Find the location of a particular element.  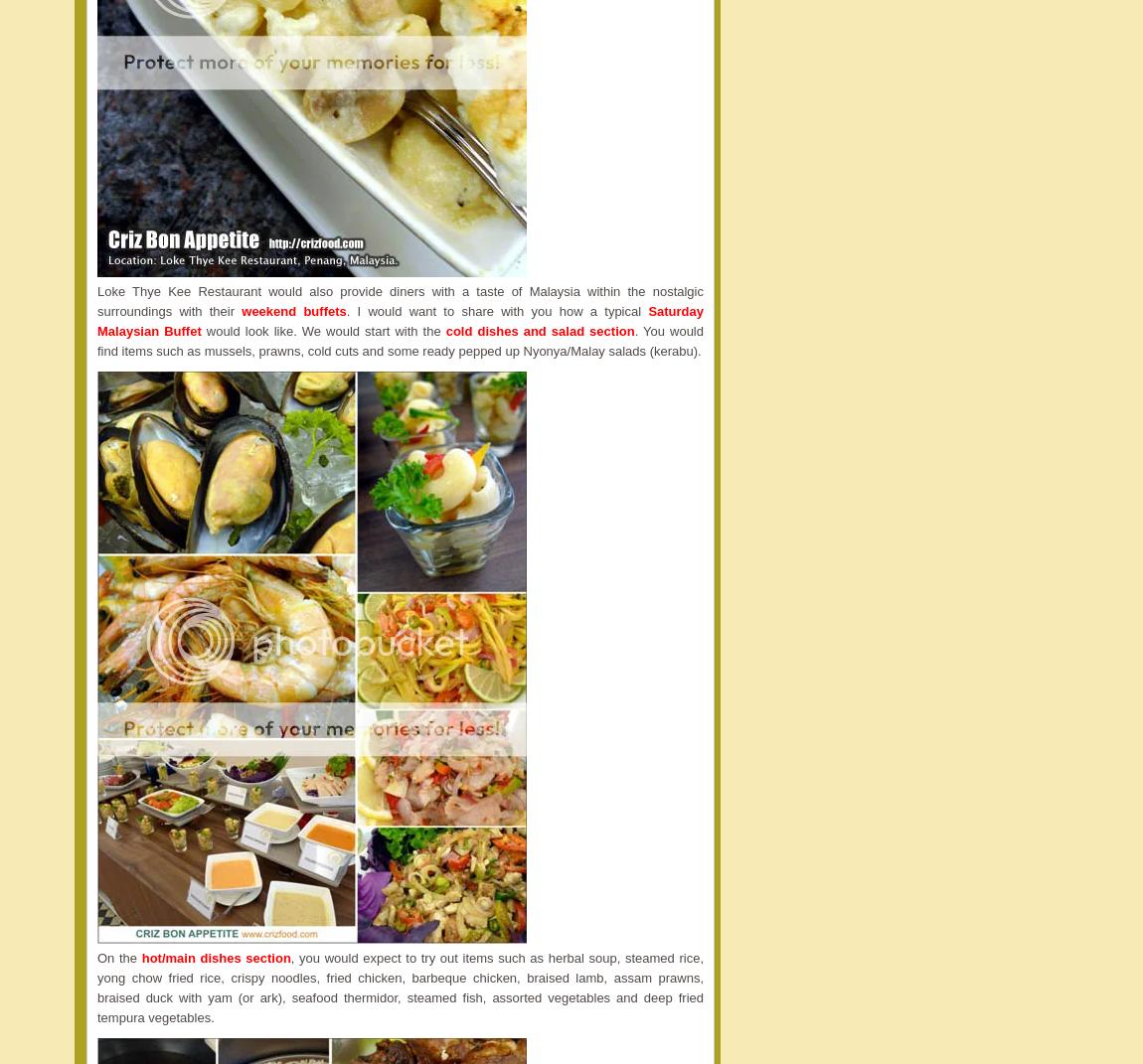

'On the' is located at coordinates (115, 956).